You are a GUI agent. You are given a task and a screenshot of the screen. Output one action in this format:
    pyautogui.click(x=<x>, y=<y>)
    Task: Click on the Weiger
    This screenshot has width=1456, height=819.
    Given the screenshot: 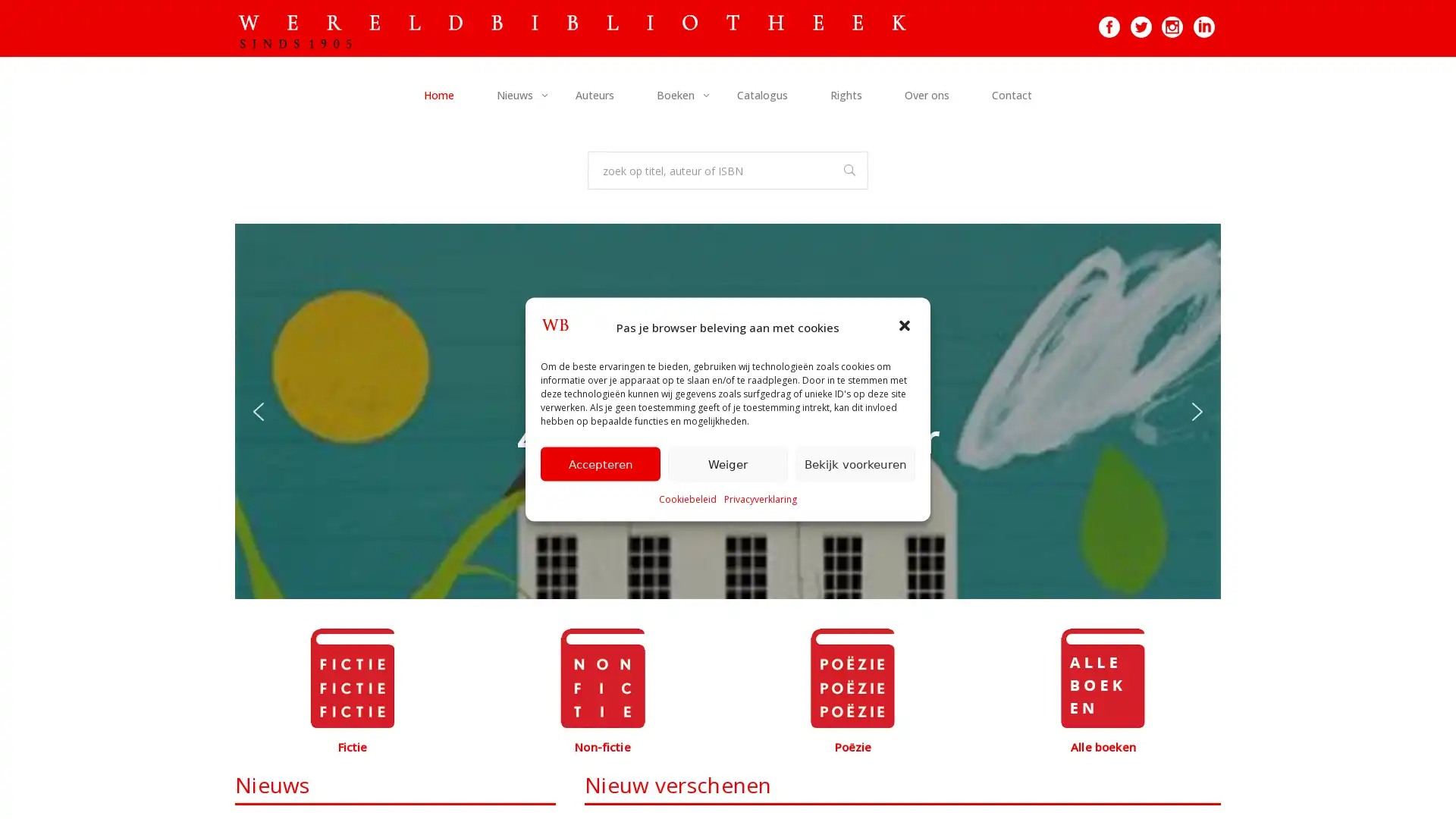 What is the action you would take?
    pyautogui.click(x=728, y=463)
    